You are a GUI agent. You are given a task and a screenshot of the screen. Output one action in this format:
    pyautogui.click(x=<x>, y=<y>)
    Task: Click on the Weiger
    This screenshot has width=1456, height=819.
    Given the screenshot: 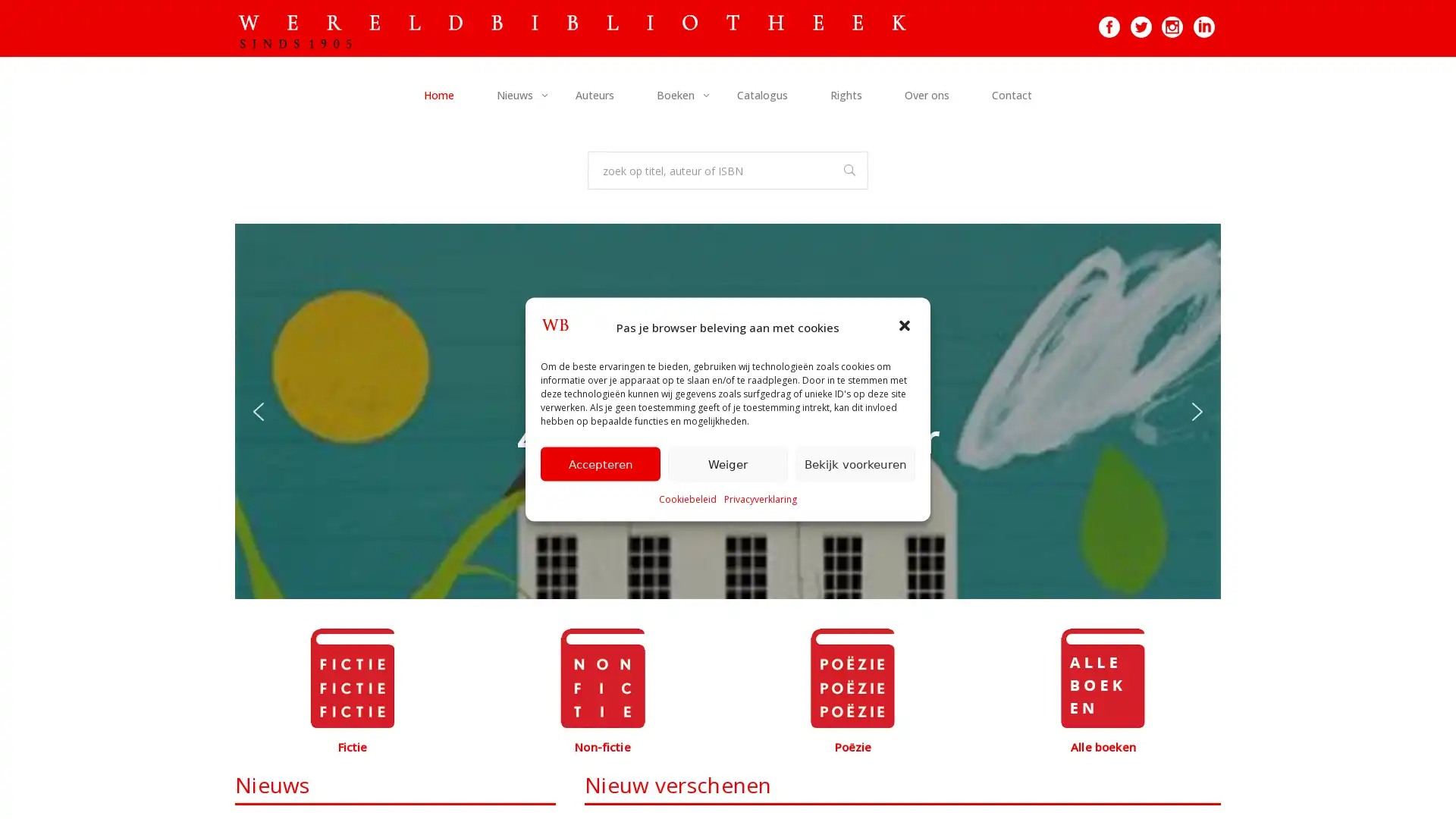 What is the action you would take?
    pyautogui.click(x=728, y=463)
    